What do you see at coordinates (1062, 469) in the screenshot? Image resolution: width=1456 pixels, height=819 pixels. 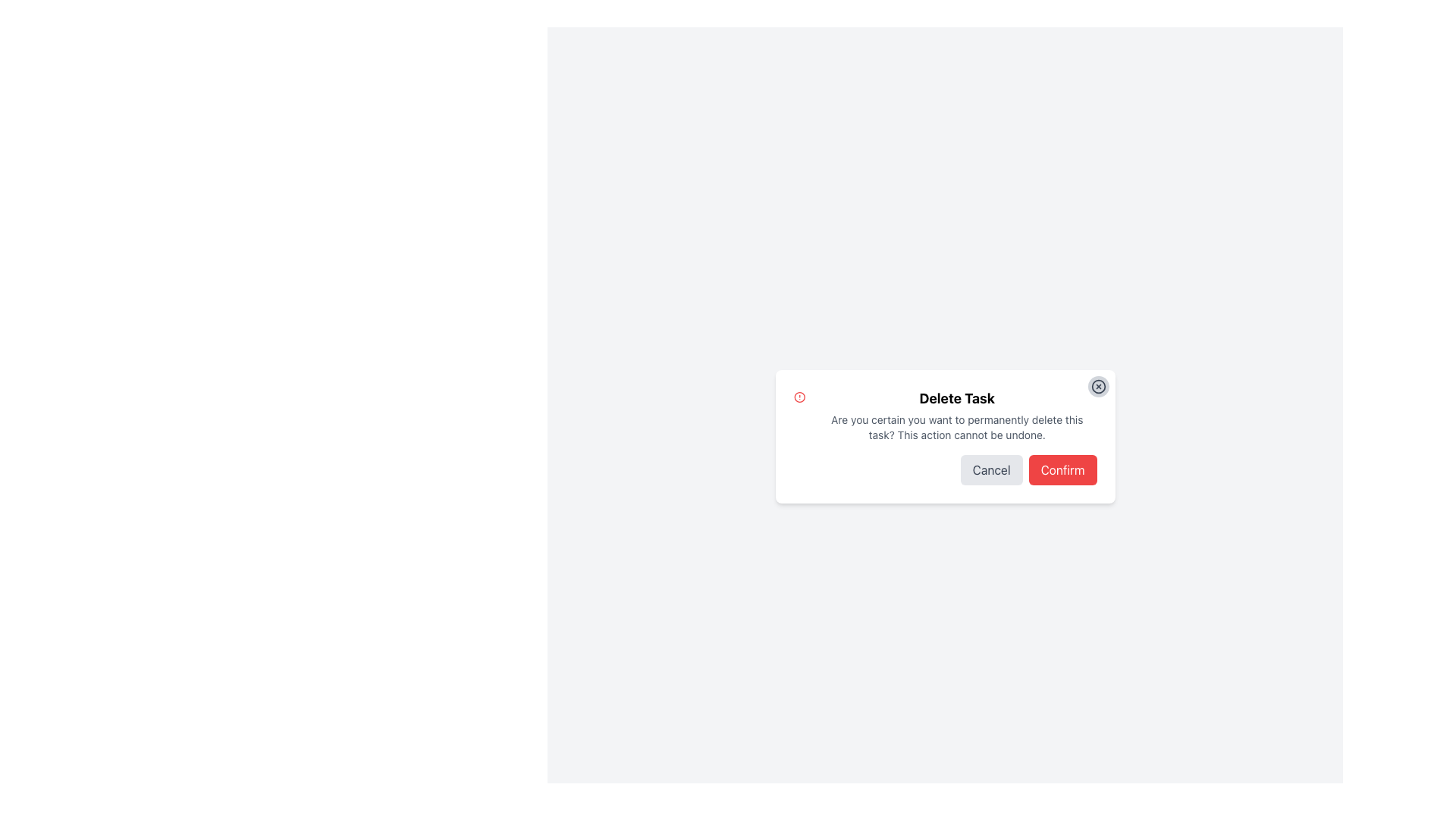 I see `the rectangular 'Confirm' button with a red background and white text in the modal dialog box` at bounding box center [1062, 469].